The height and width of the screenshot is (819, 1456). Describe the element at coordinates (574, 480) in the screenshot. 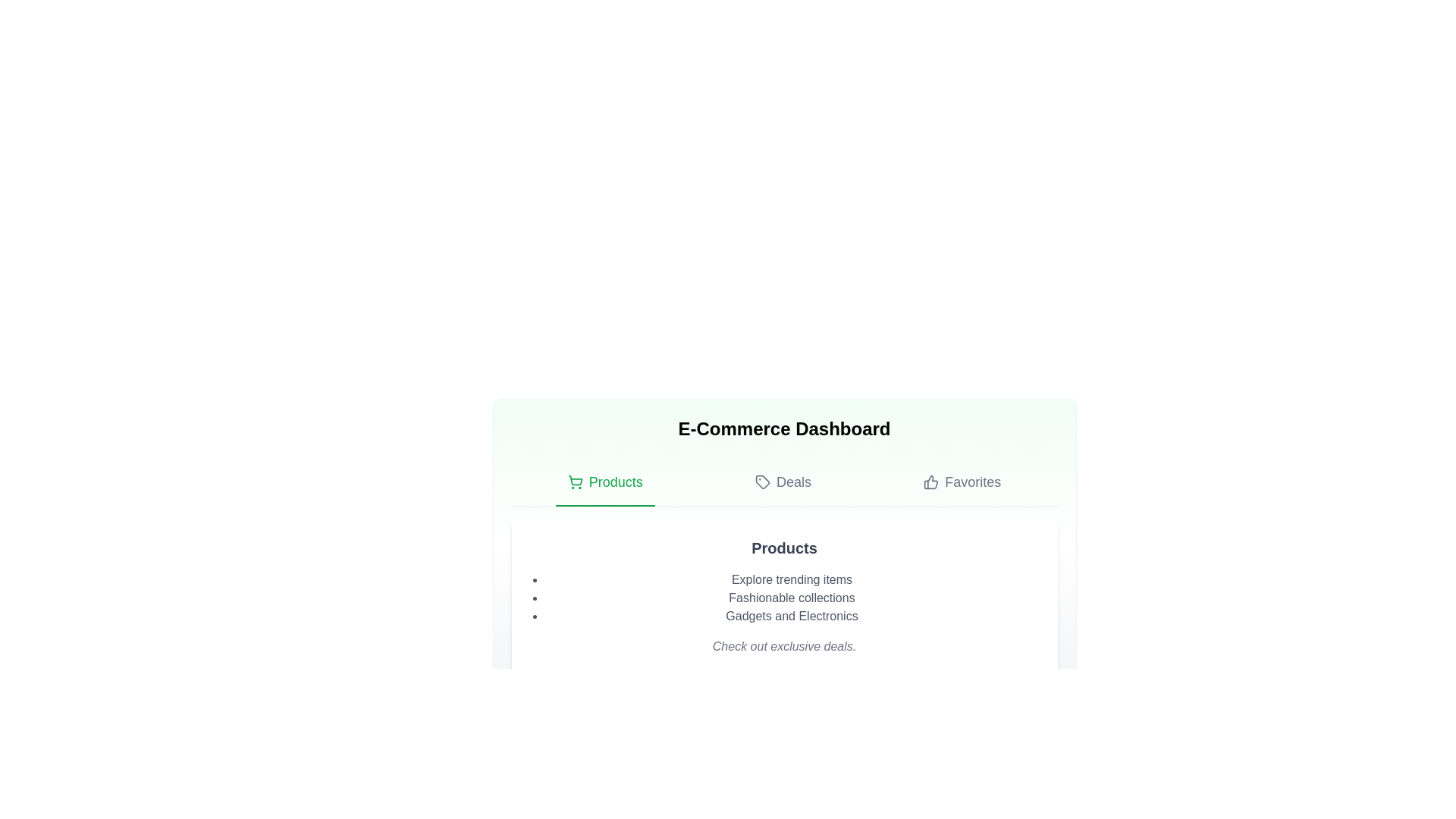

I see `the green outlined shopping cart icon located in the leftmost option of the top navigation bar, which is associated with the 'Products' label` at that location.